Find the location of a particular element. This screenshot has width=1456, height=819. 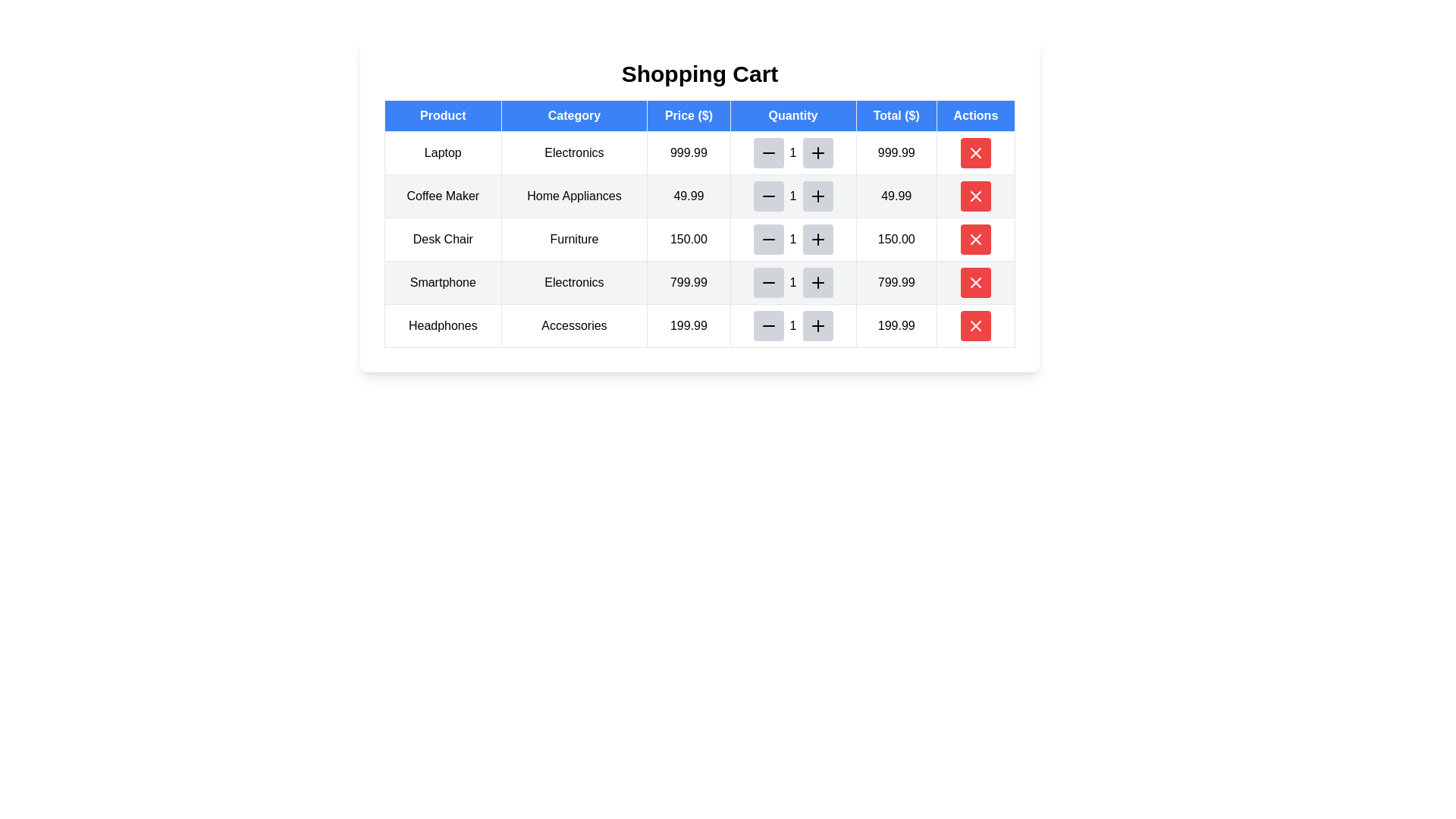

text 'Laptop' displayed in the Text Display located in the first row of the shopping cart table under the 'Product' column is located at coordinates (442, 152).